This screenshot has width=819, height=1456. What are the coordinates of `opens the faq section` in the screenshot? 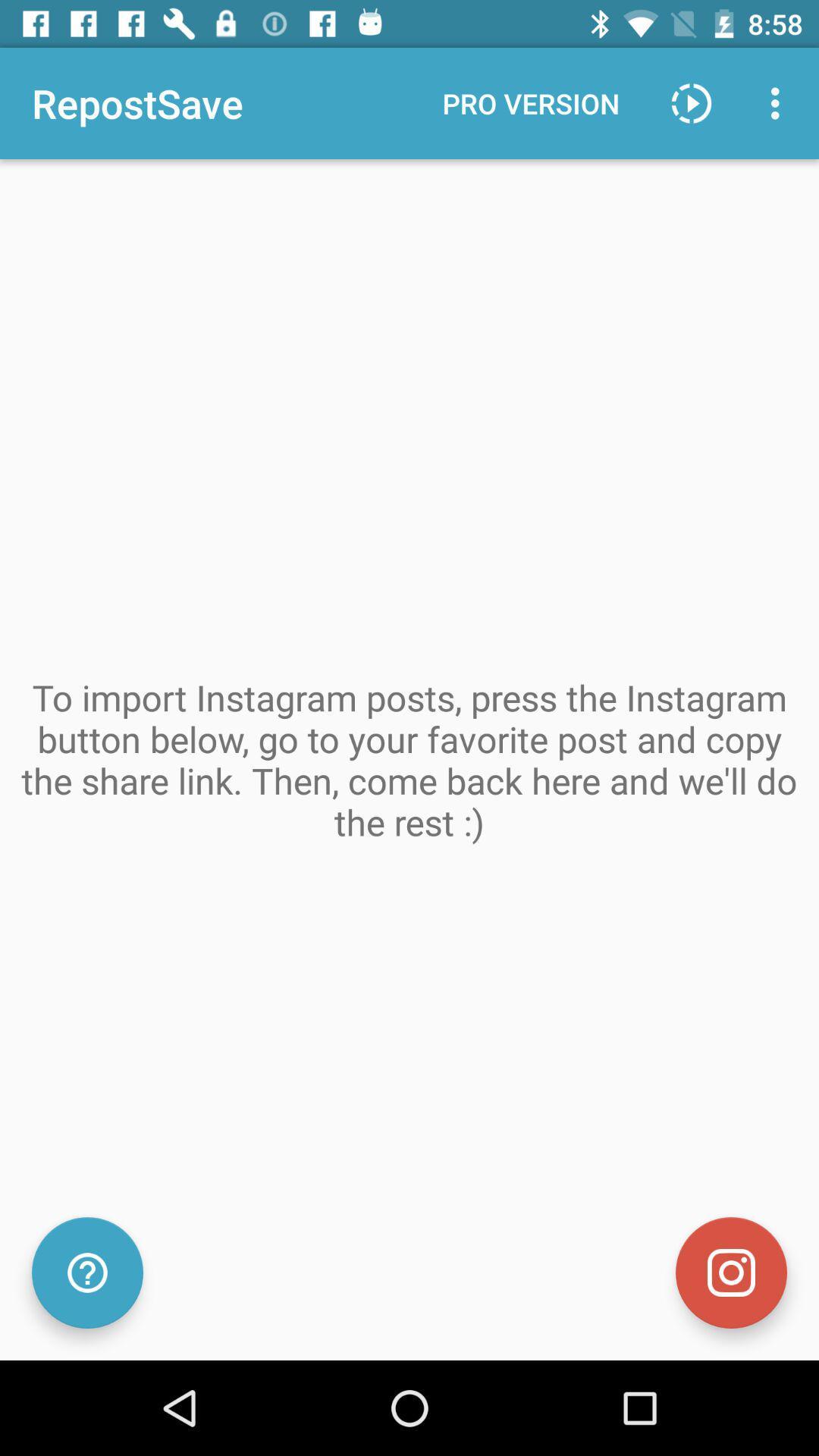 It's located at (87, 1272).